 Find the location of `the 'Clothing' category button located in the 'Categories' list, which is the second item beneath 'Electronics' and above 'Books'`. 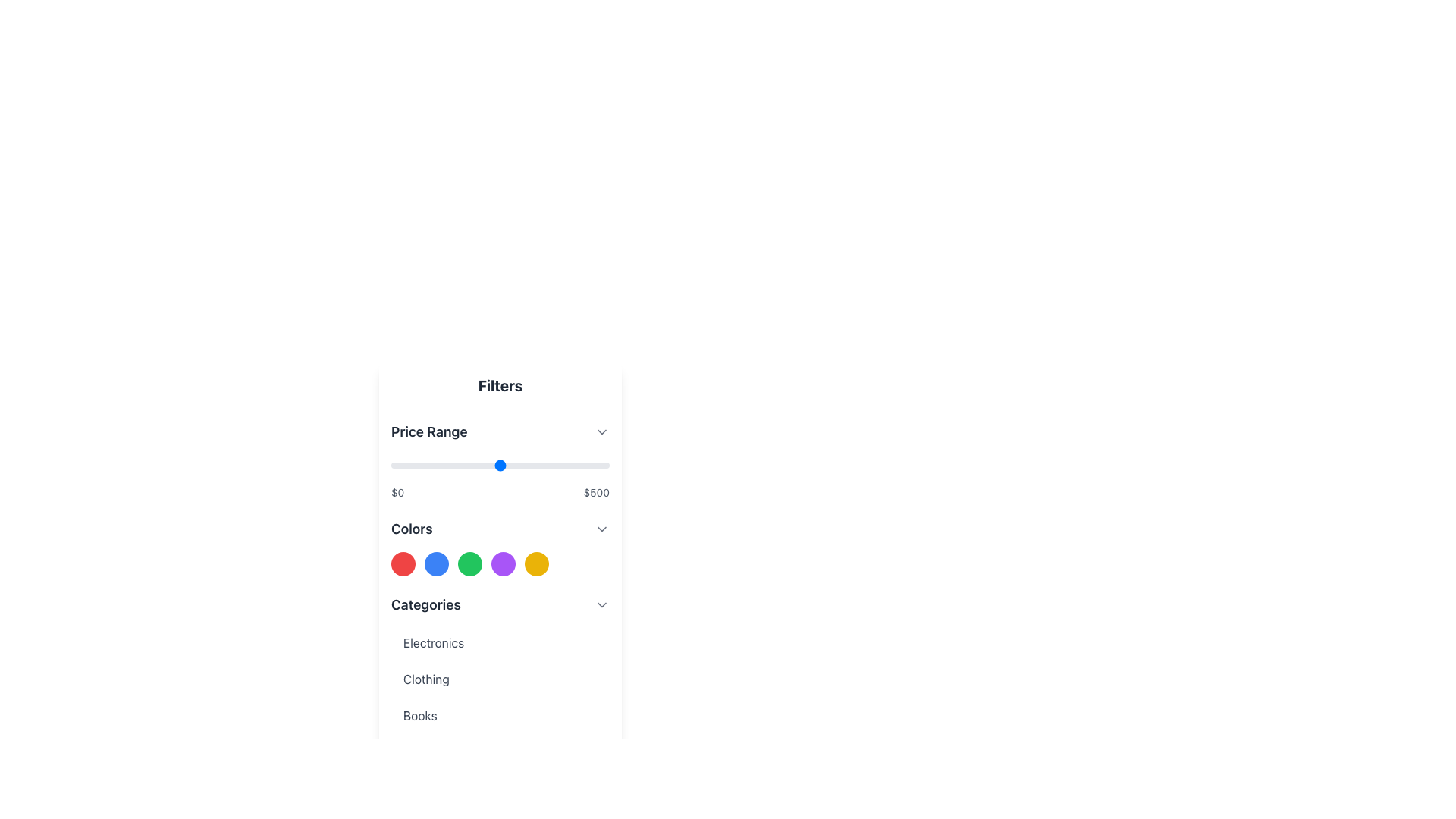

the 'Clothing' category button located in the 'Categories' list, which is the second item beneath 'Electronics' and above 'Books' is located at coordinates (500, 678).